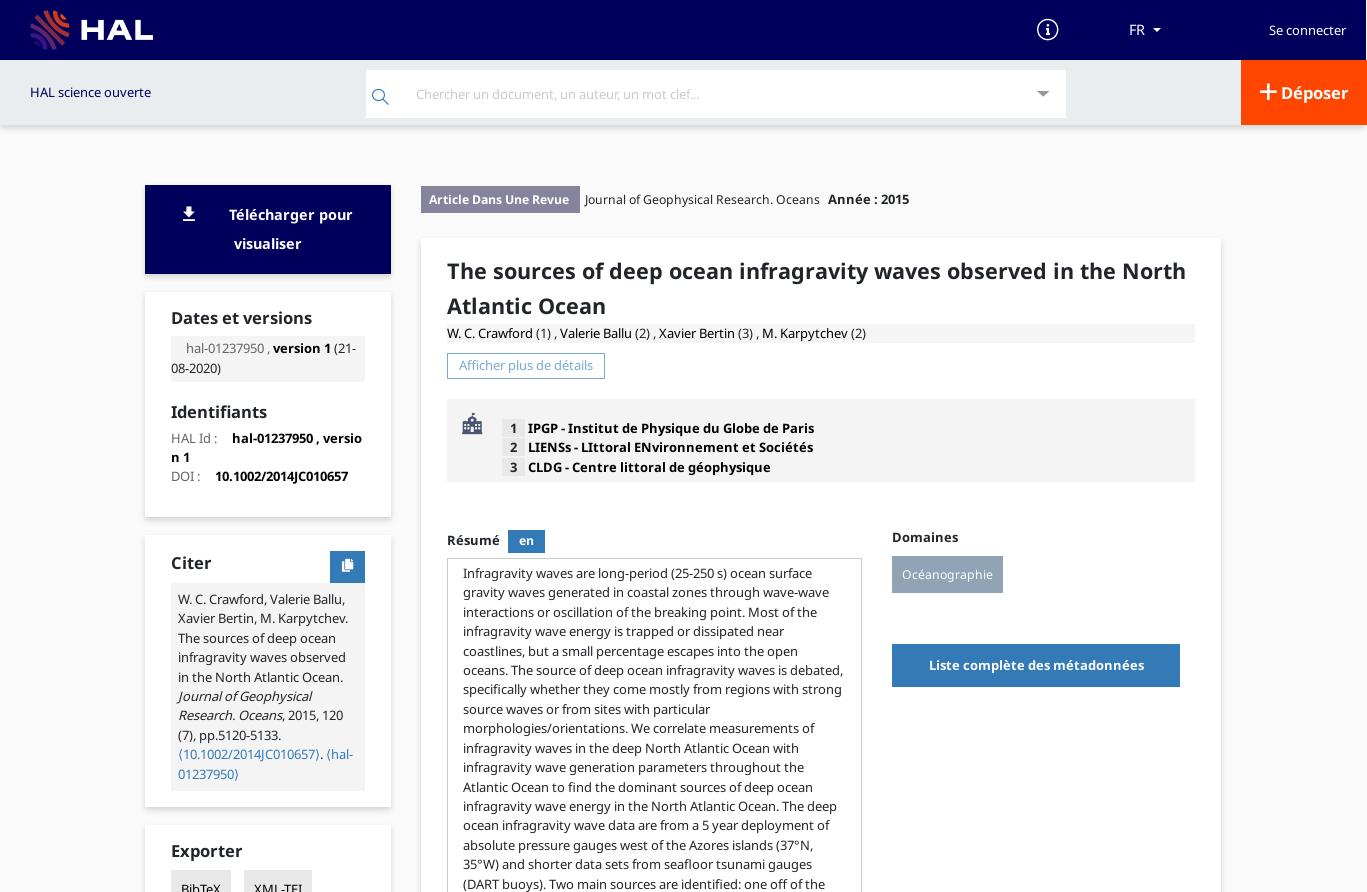 The height and width of the screenshot is (892, 1367). I want to click on 'W. C. Crawford', so click(488, 332).